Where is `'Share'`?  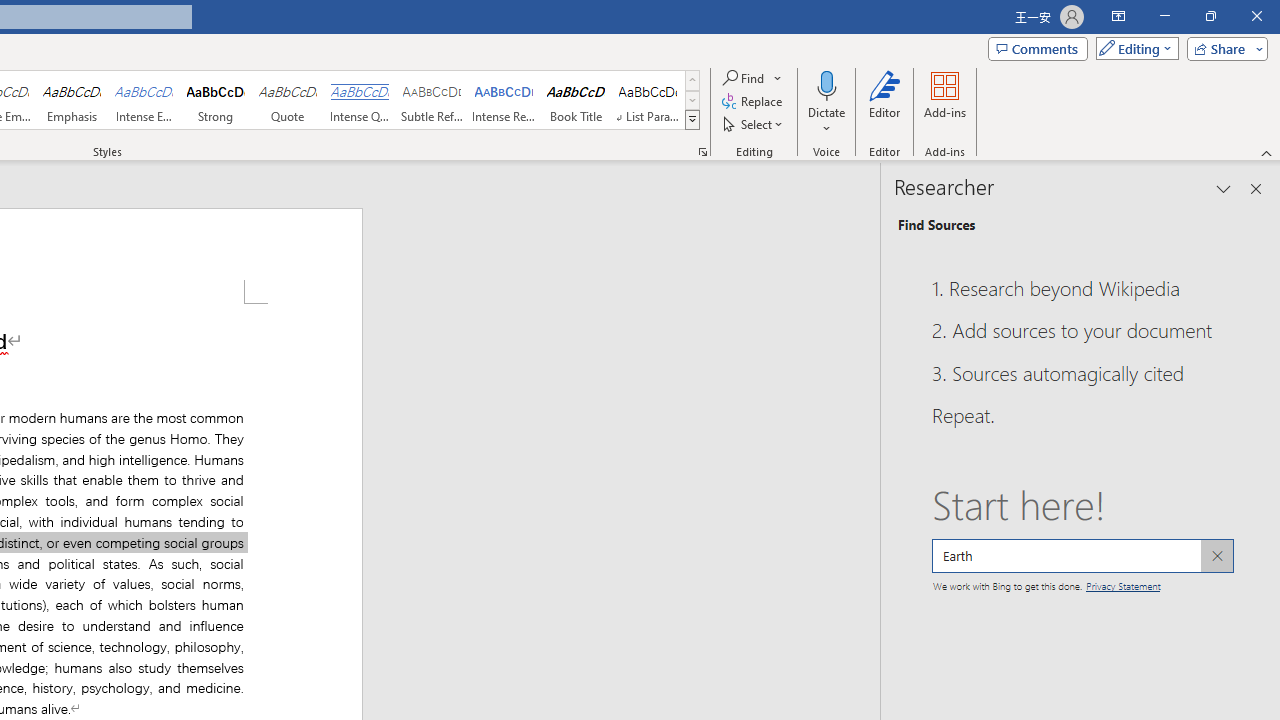 'Share' is located at coordinates (1222, 47).